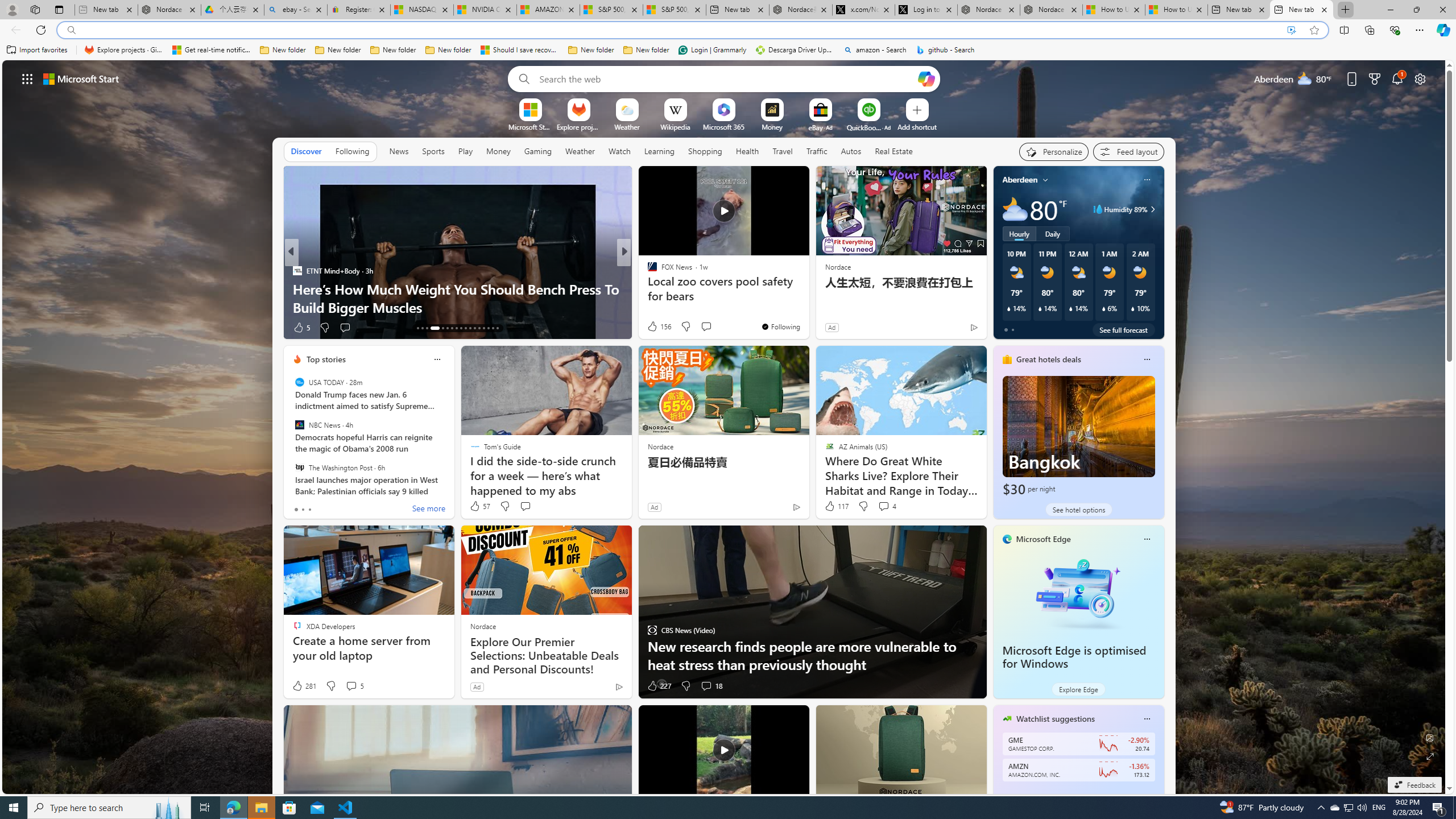 The height and width of the screenshot is (819, 1456). Describe the element at coordinates (647, 270) in the screenshot. I see `'CNBC'` at that location.